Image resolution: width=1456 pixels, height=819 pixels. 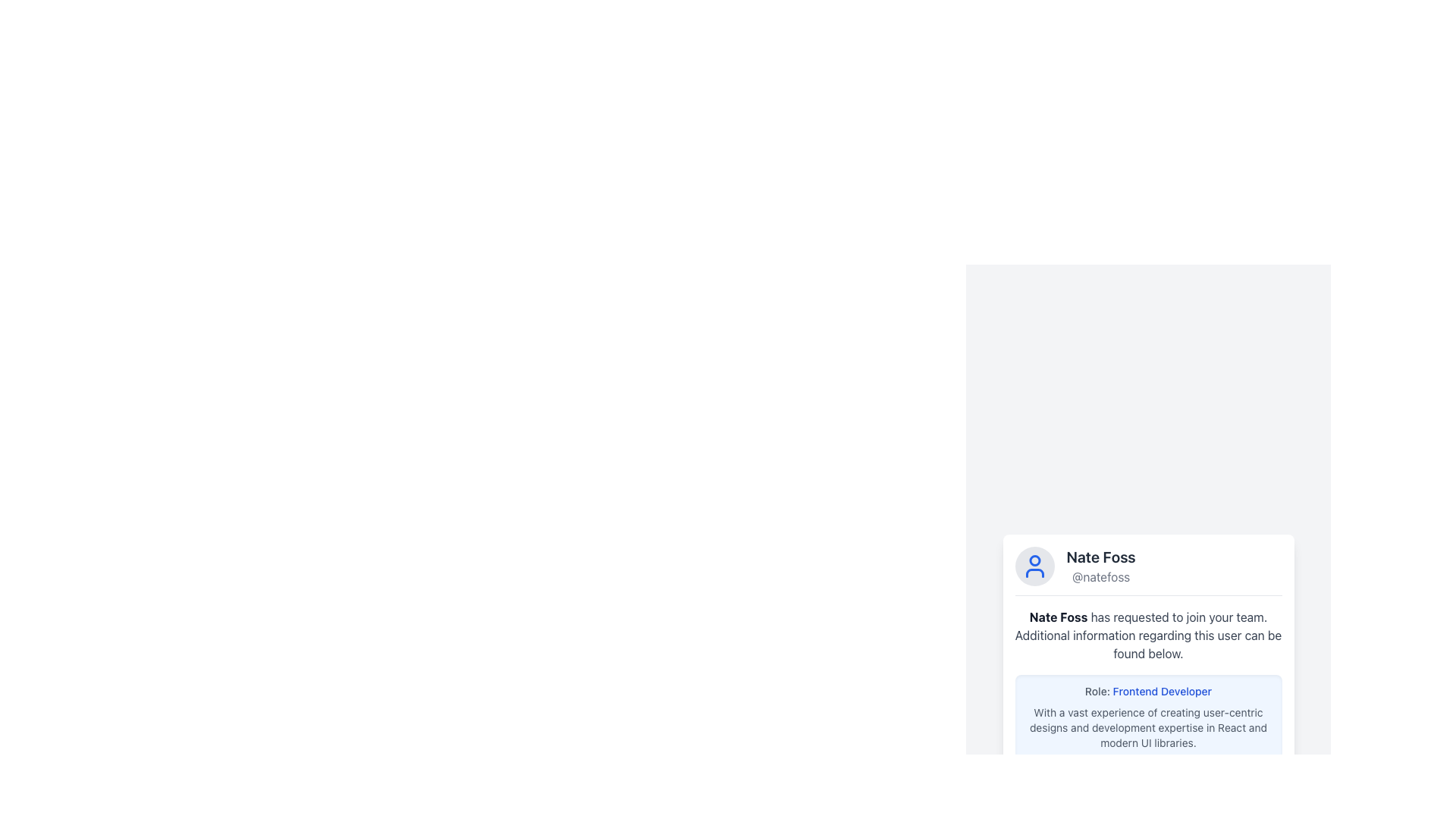 I want to click on the informational Text label indicating the user's role as 'Frontend Developer', which is positioned in the lower-center part of the visible card layout, so click(x=1161, y=690).